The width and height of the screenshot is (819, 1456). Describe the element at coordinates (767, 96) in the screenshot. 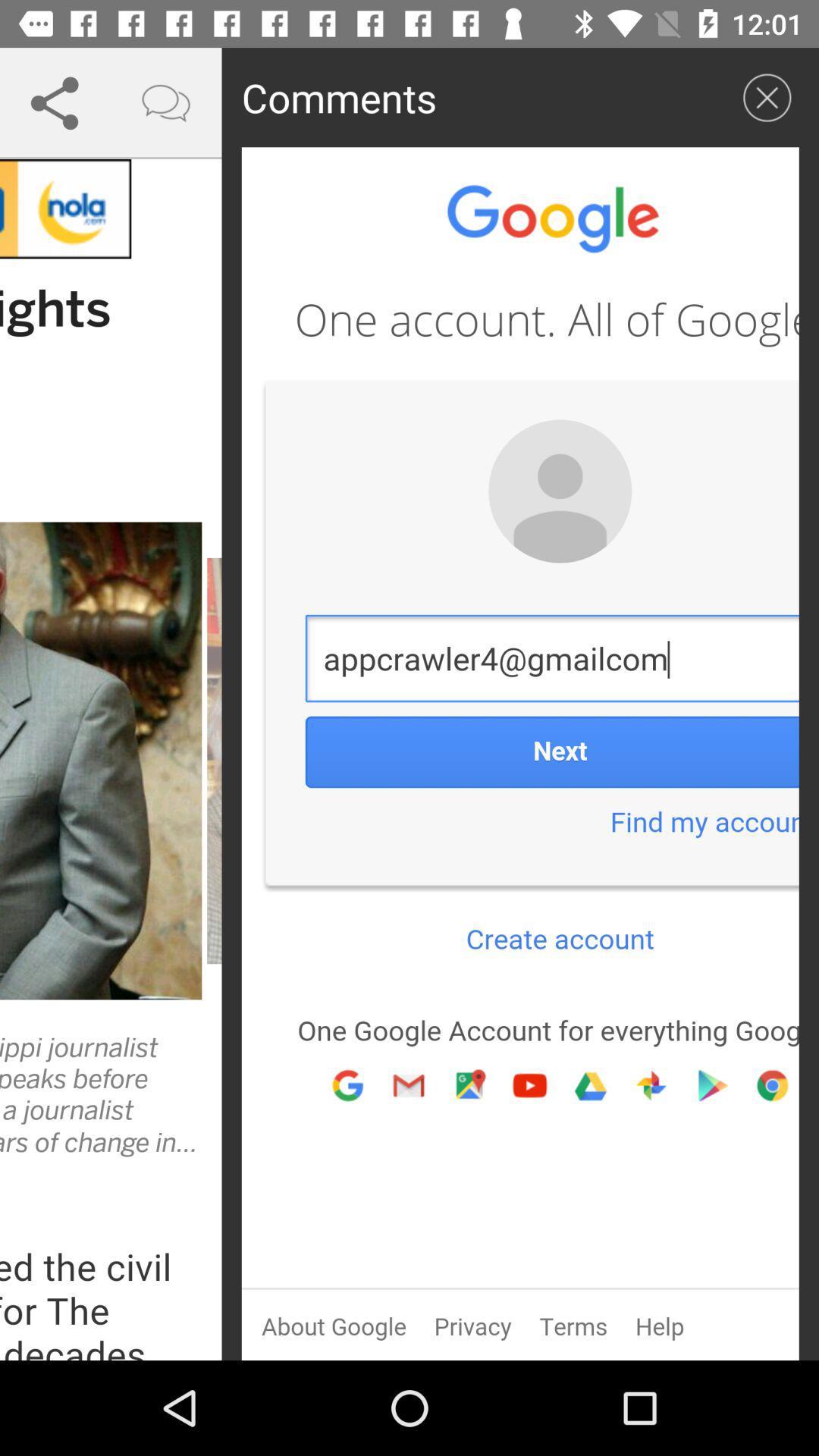

I see `the close icon` at that location.